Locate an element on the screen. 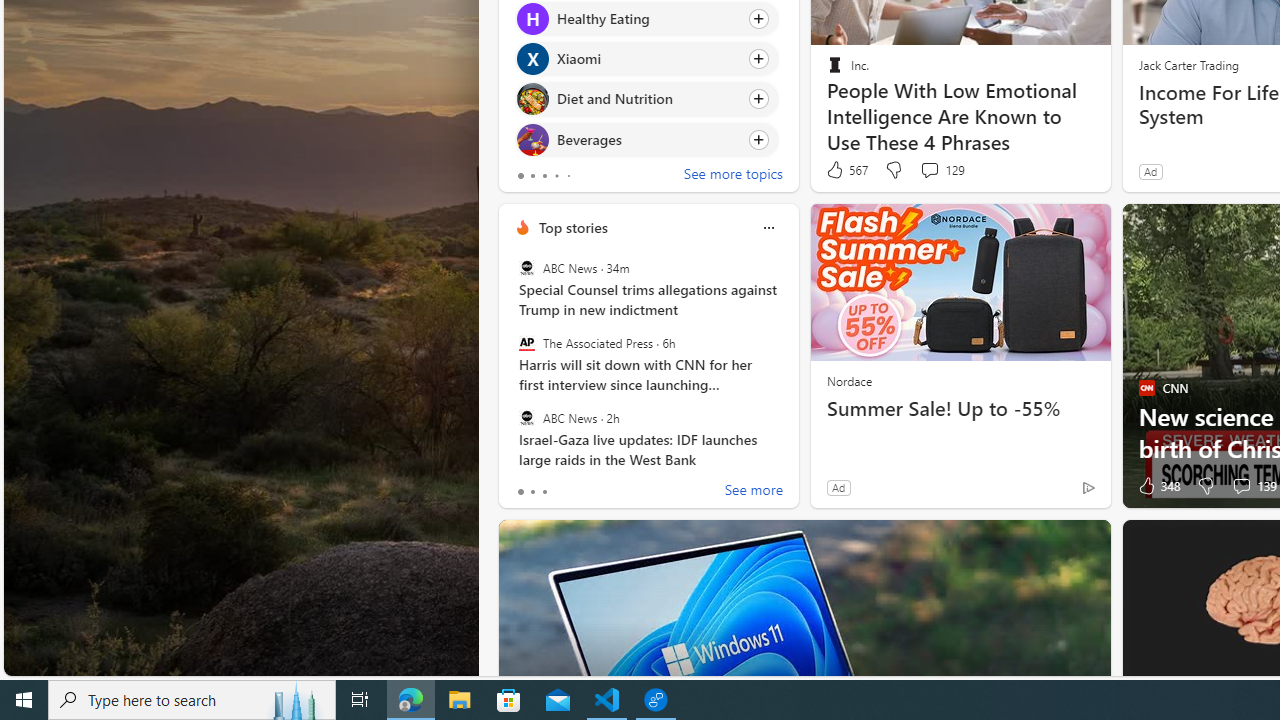  'The Associated Press' is located at coordinates (526, 342).